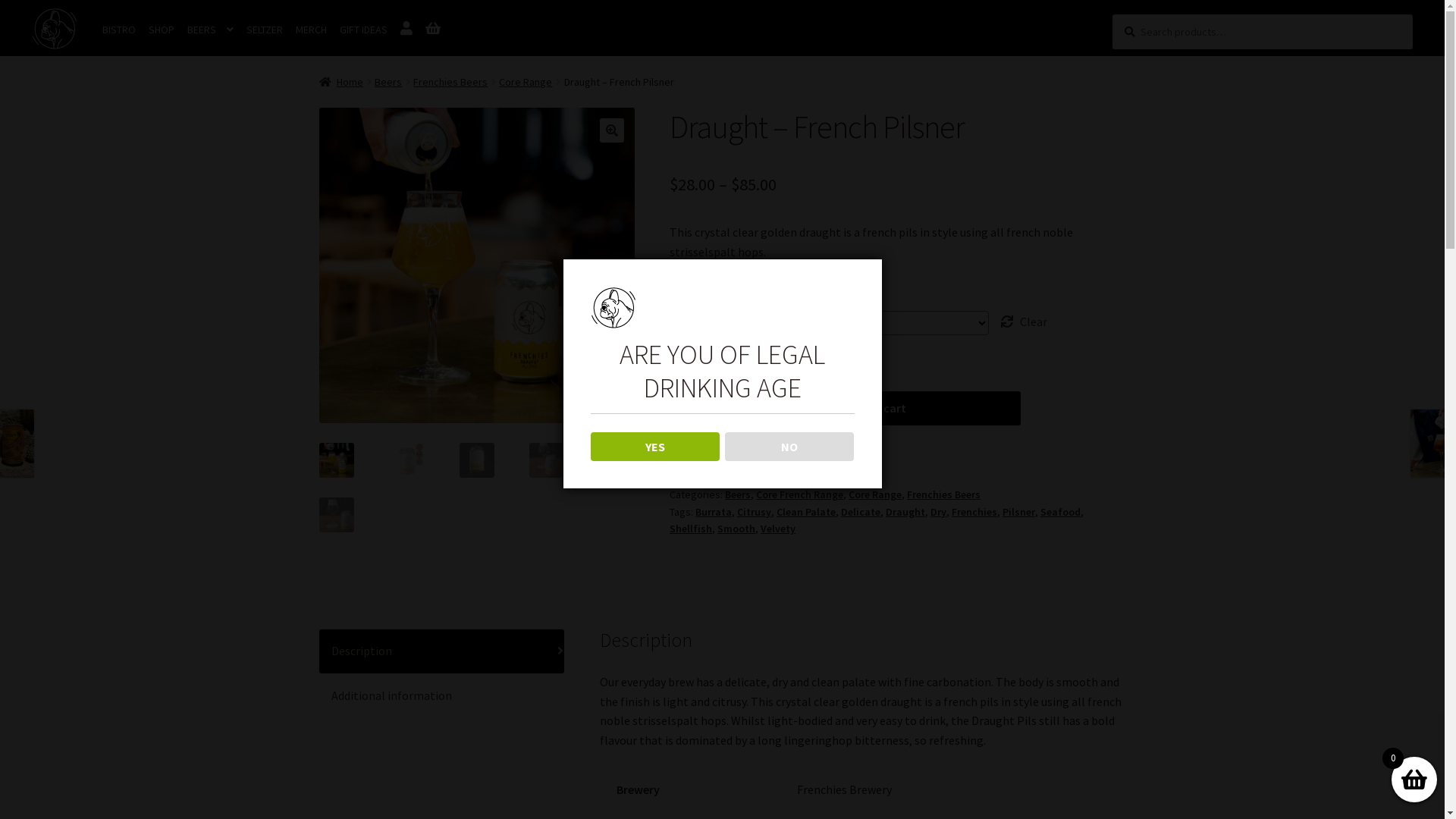 The height and width of the screenshot is (819, 1456). I want to click on 'Seafood', so click(1059, 512).